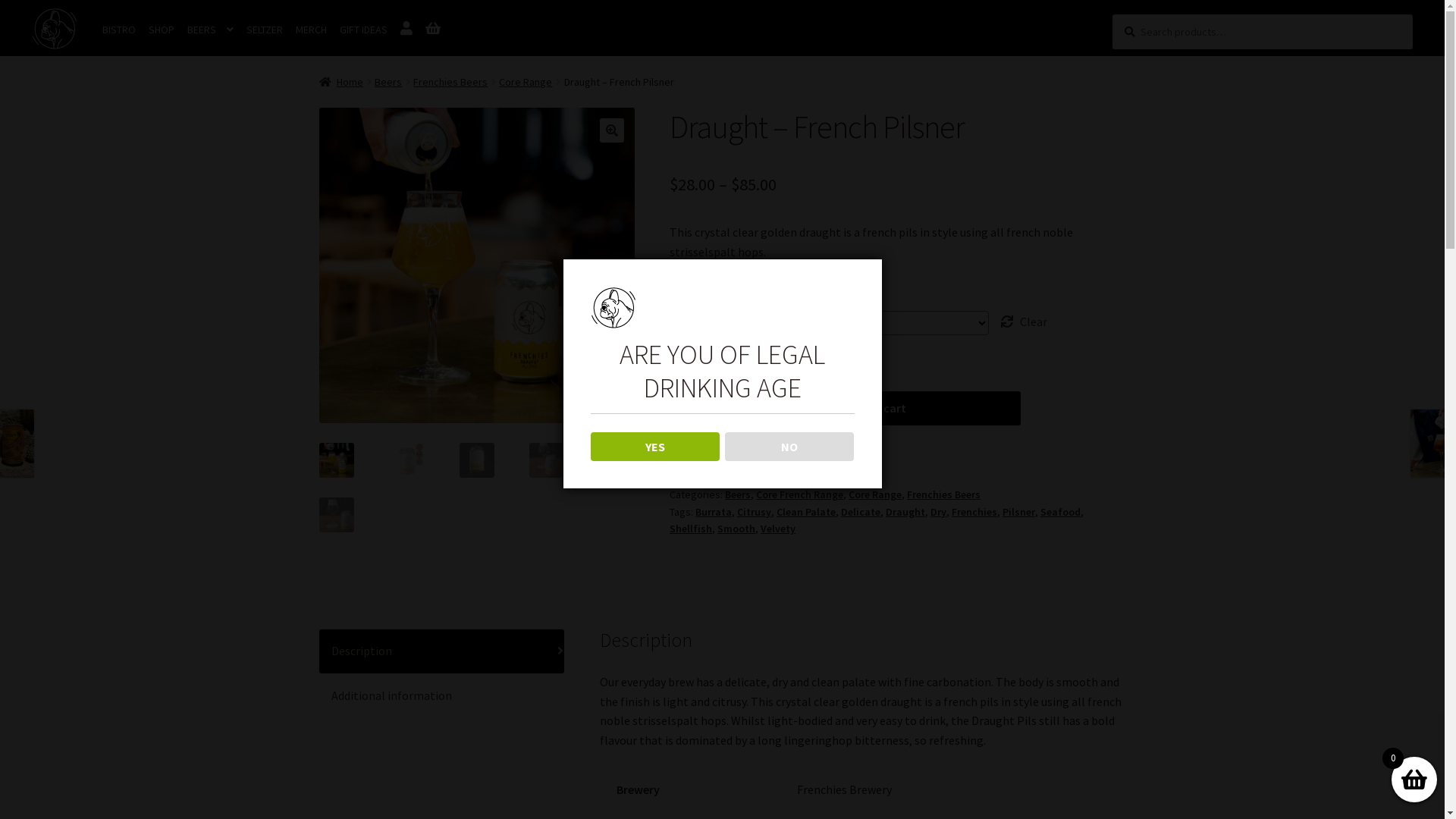 The height and width of the screenshot is (819, 1456). I want to click on 'Seafood', so click(1059, 512).